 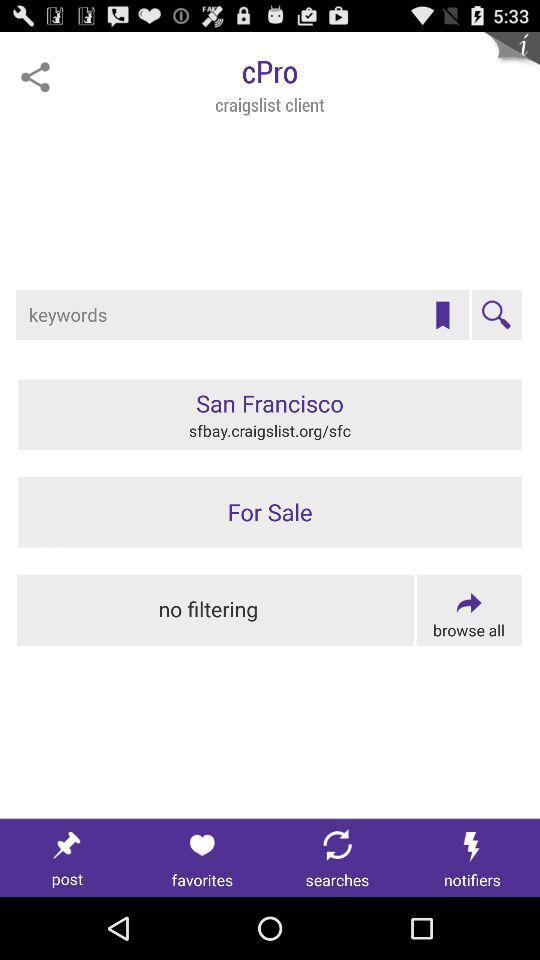 I want to click on show information, so click(x=511, y=58).